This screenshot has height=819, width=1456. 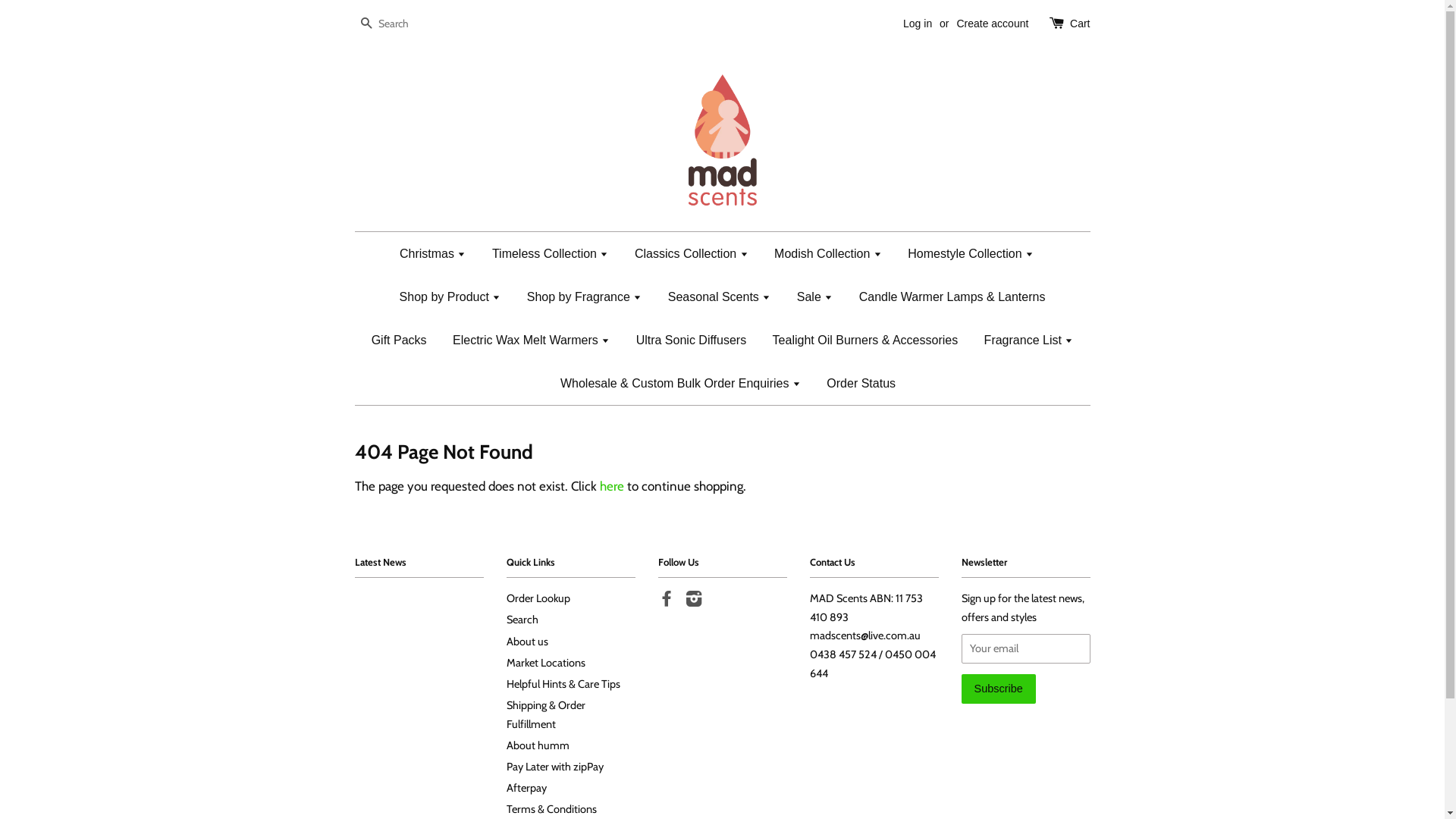 What do you see at coordinates (506, 684) in the screenshot?
I see `'Helpful Hints & Care Tips'` at bounding box center [506, 684].